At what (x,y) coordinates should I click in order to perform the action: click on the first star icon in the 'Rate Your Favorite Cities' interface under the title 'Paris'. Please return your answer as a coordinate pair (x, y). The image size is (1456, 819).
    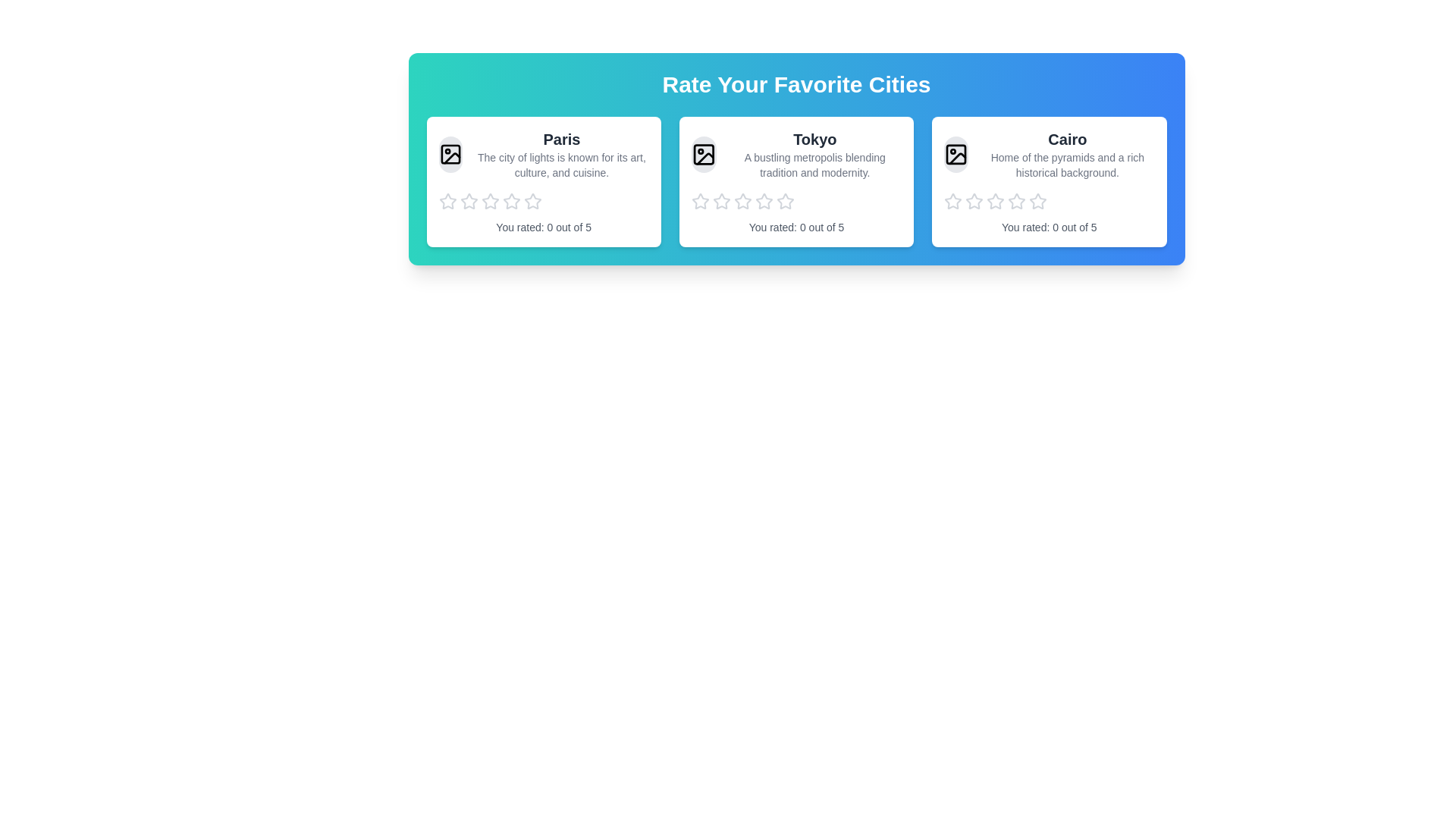
    Looking at the image, I should click on (447, 201).